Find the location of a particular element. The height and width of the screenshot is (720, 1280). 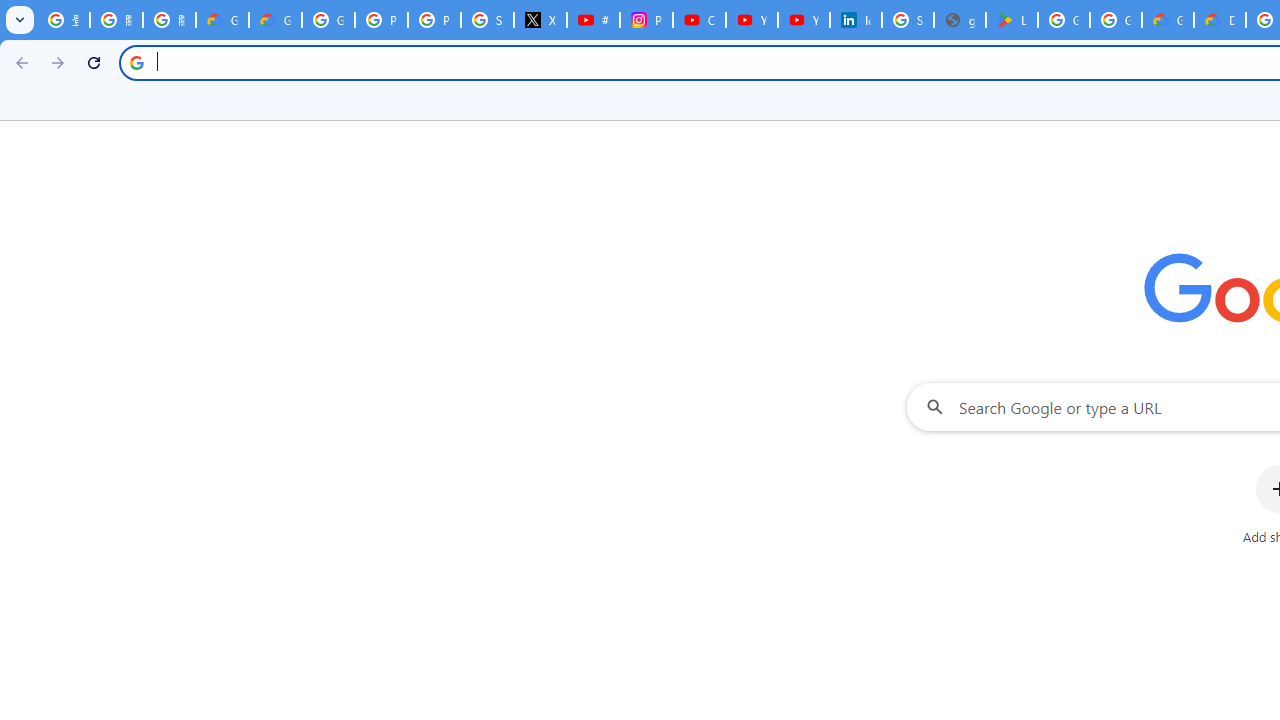

'Last Shelter: Survival - Apps on Google Play' is located at coordinates (1011, 20).